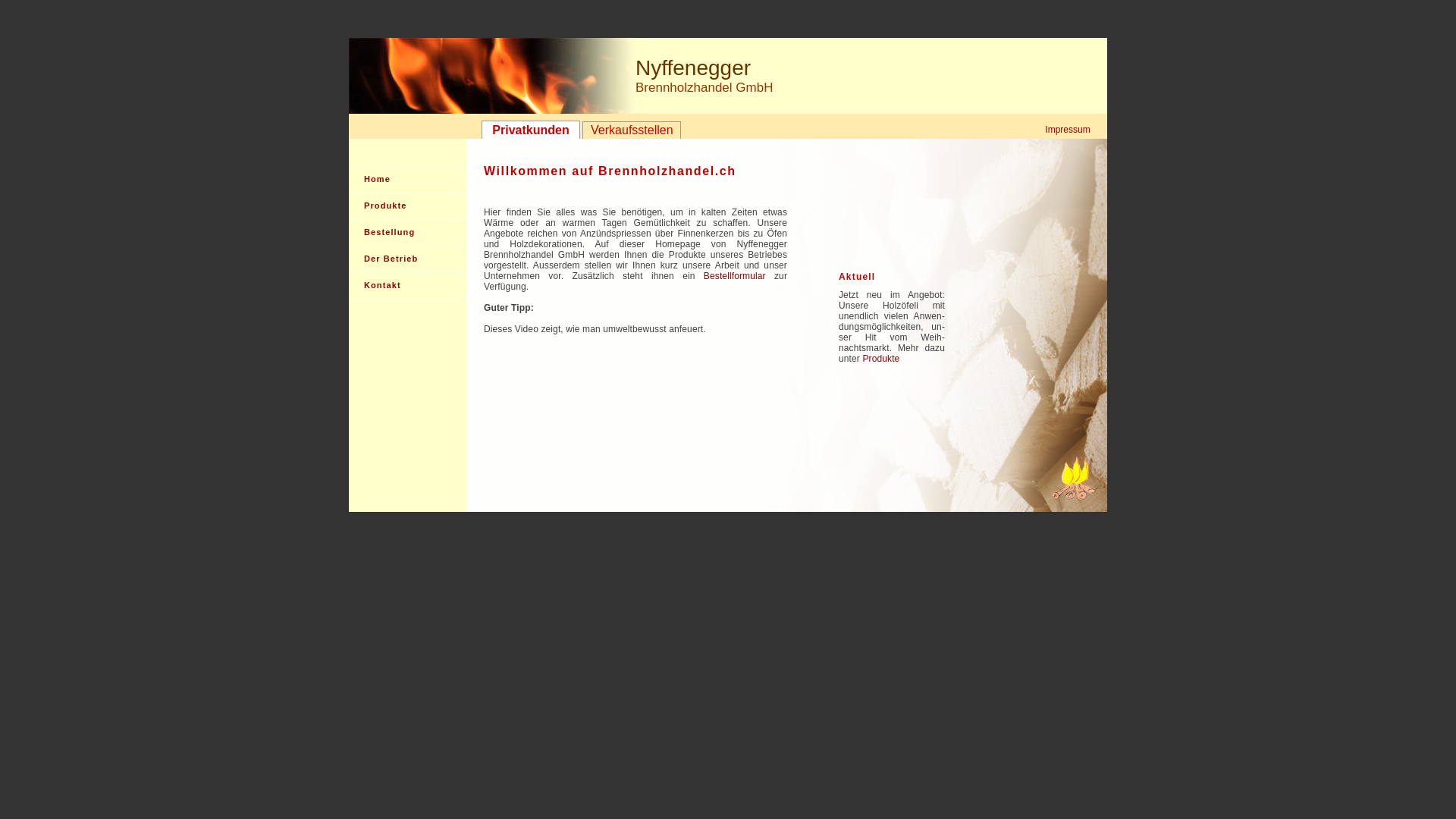 The height and width of the screenshot is (819, 1456). What do you see at coordinates (582, 130) in the screenshot?
I see `'Verkaufsstellen'` at bounding box center [582, 130].